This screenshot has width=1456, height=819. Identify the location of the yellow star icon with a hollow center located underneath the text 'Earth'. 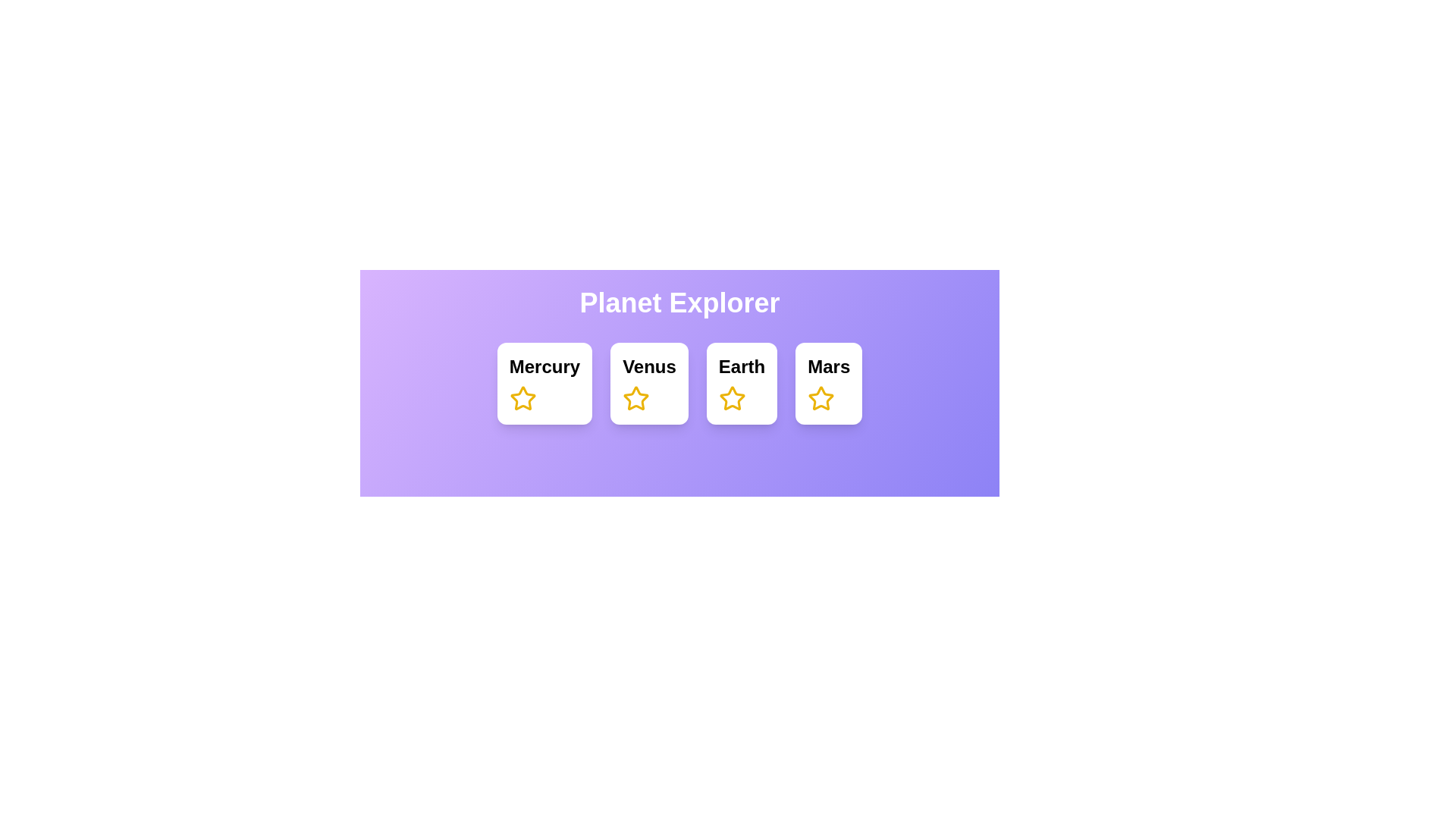
(732, 397).